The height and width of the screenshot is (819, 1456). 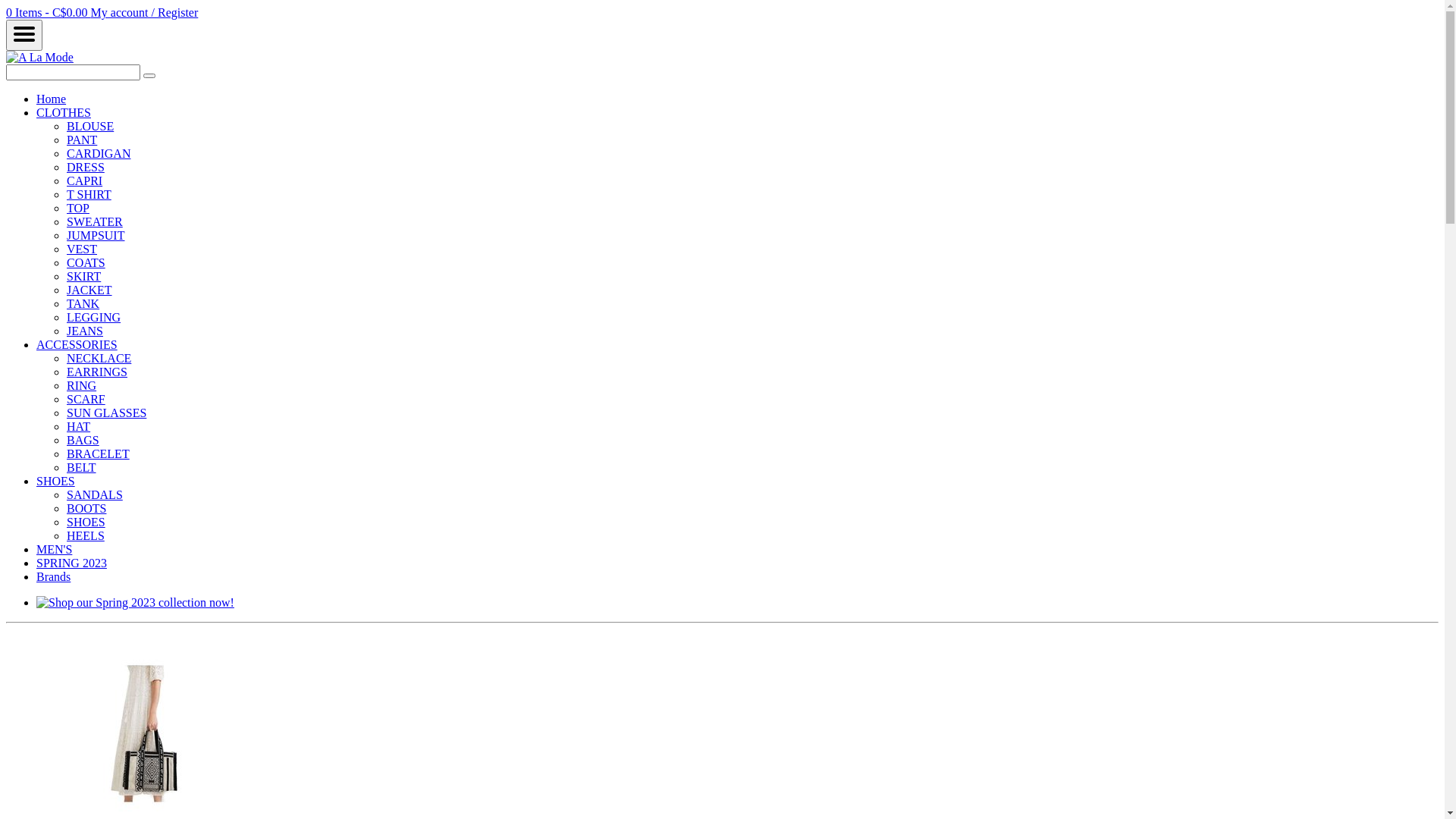 What do you see at coordinates (65, 413) in the screenshot?
I see `'SUN GLASSES'` at bounding box center [65, 413].